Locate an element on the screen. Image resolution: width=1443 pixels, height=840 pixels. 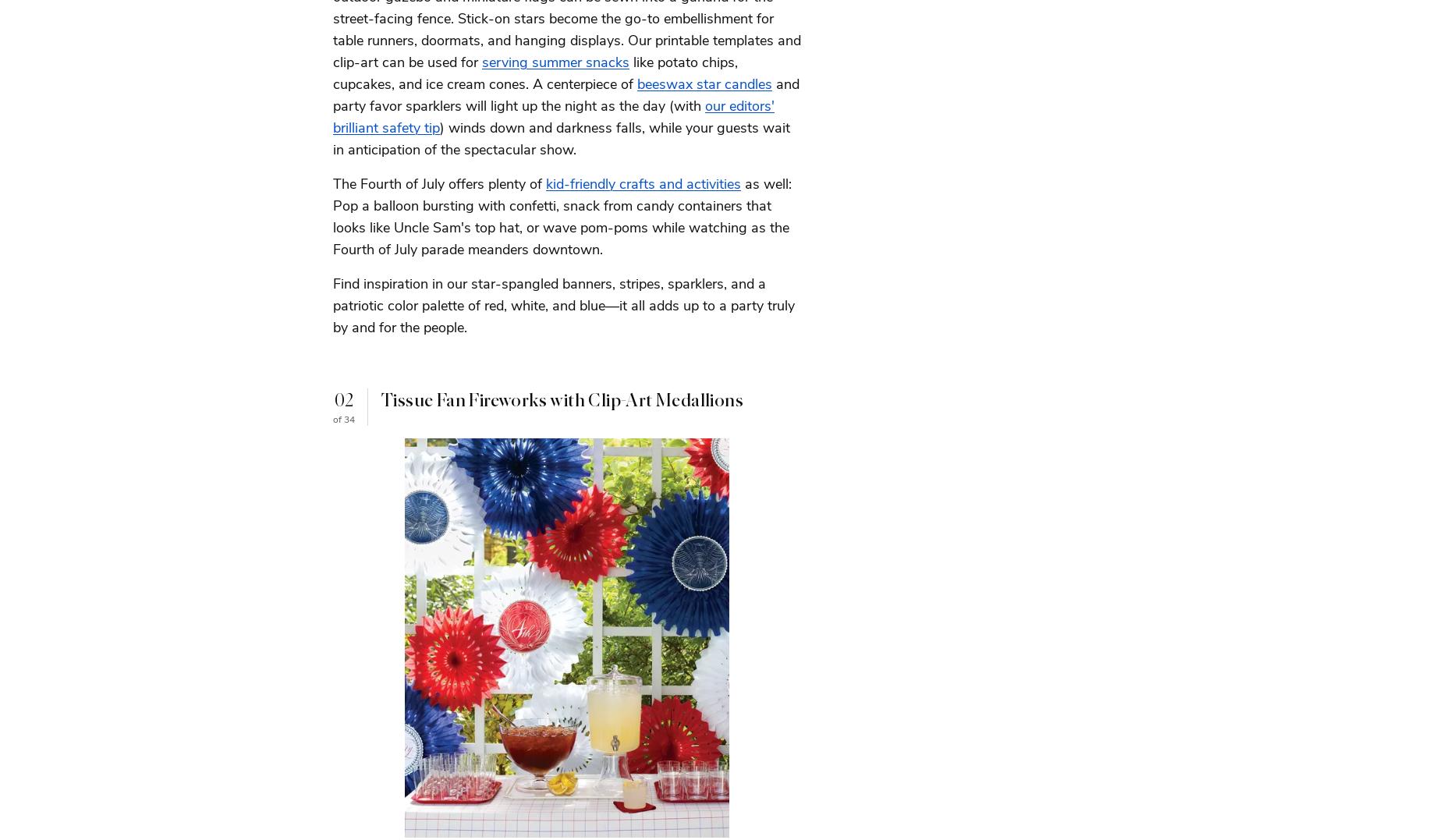
'Tissue Fan Fireworks with Clip-Art Medallions' is located at coordinates (562, 399).